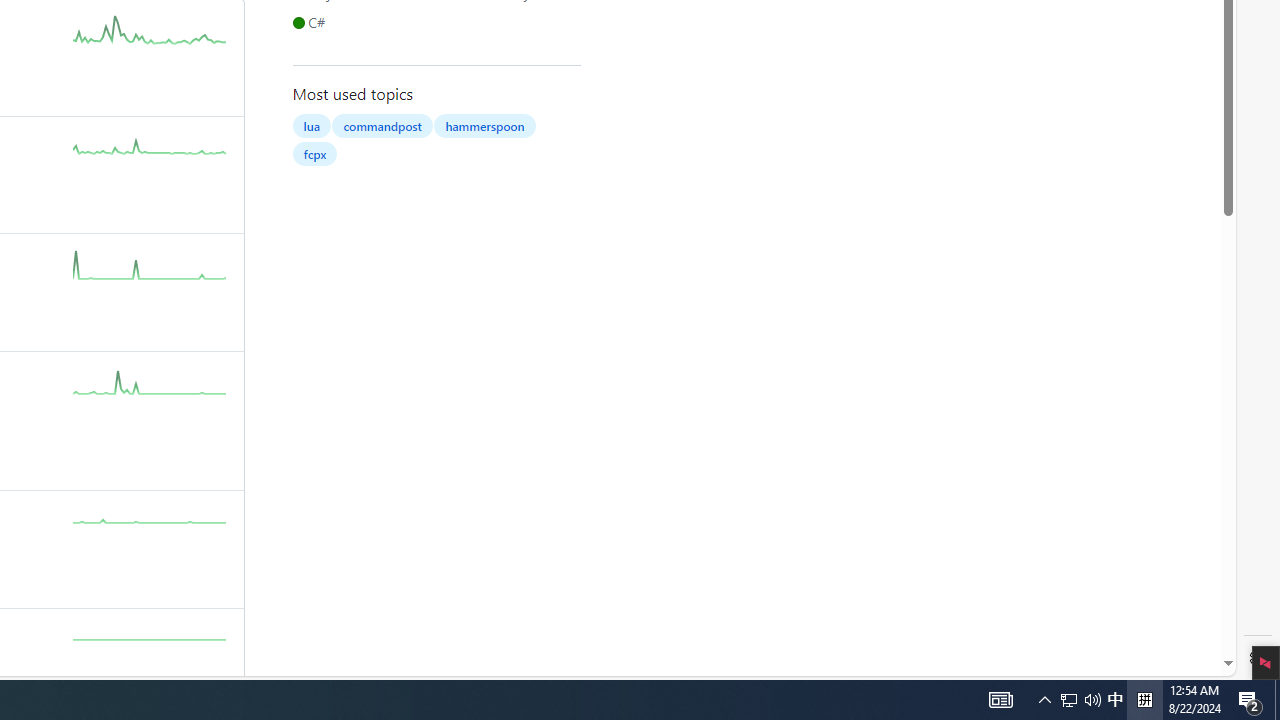 The height and width of the screenshot is (720, 1280). Describe the element at coordinates (311, 22) in the screenshot. I see `'C#'` at that location.